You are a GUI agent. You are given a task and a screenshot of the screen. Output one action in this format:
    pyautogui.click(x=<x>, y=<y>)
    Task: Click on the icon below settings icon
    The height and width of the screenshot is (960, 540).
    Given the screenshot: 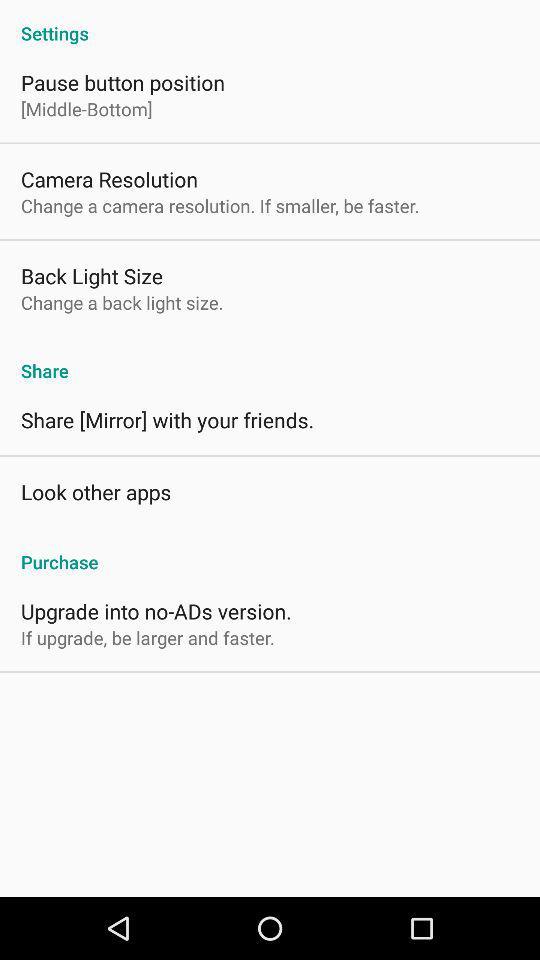 What is the action you would take?
    pyautogui.click(x=123, y=82)
    